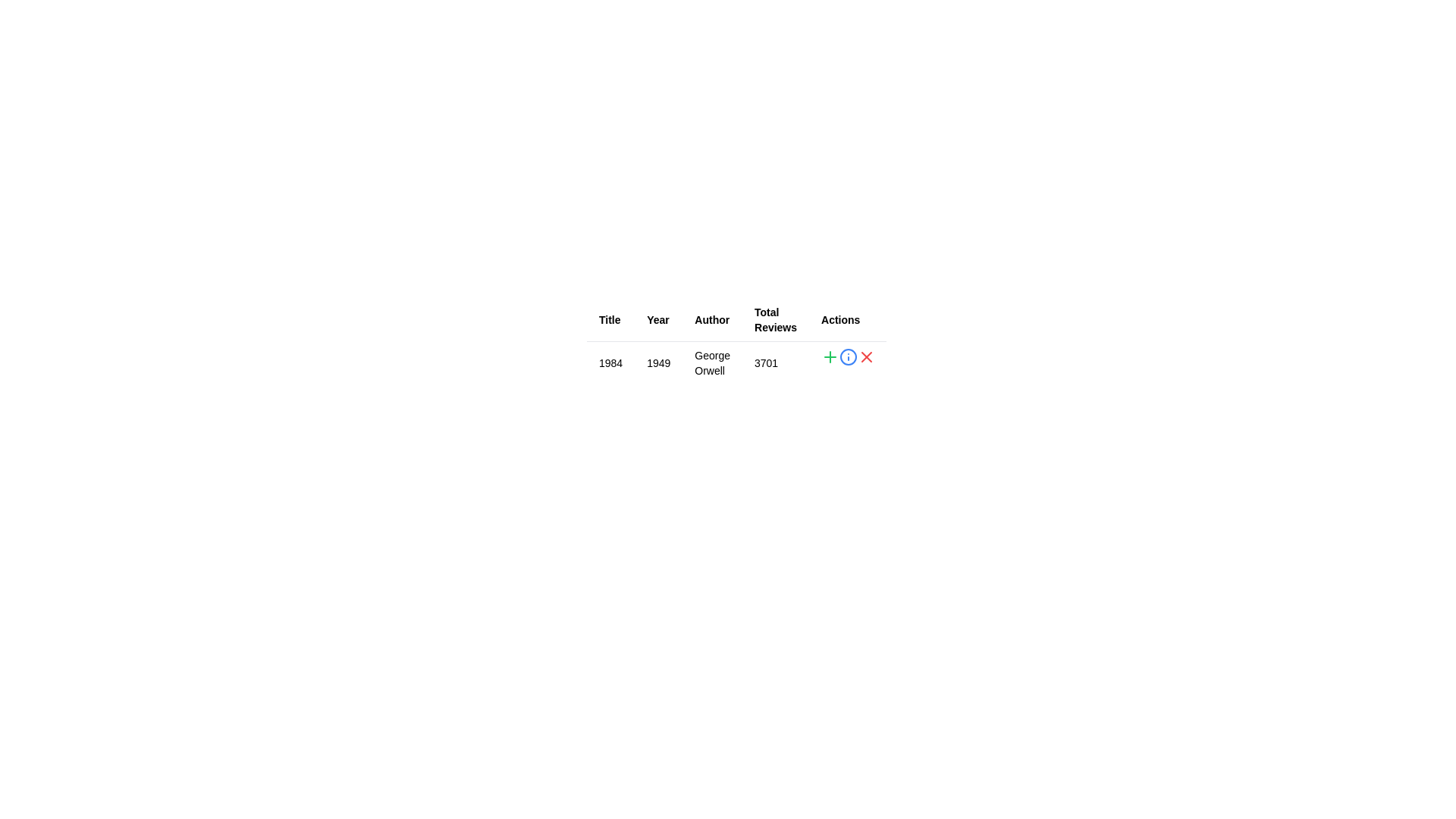 The width and height of the screenshot is (1456, 819). Describe the element at coordinates (775, 319) in the screenshot. I see `label indicating the total number of reviews in the fourth column of the table` at that location.